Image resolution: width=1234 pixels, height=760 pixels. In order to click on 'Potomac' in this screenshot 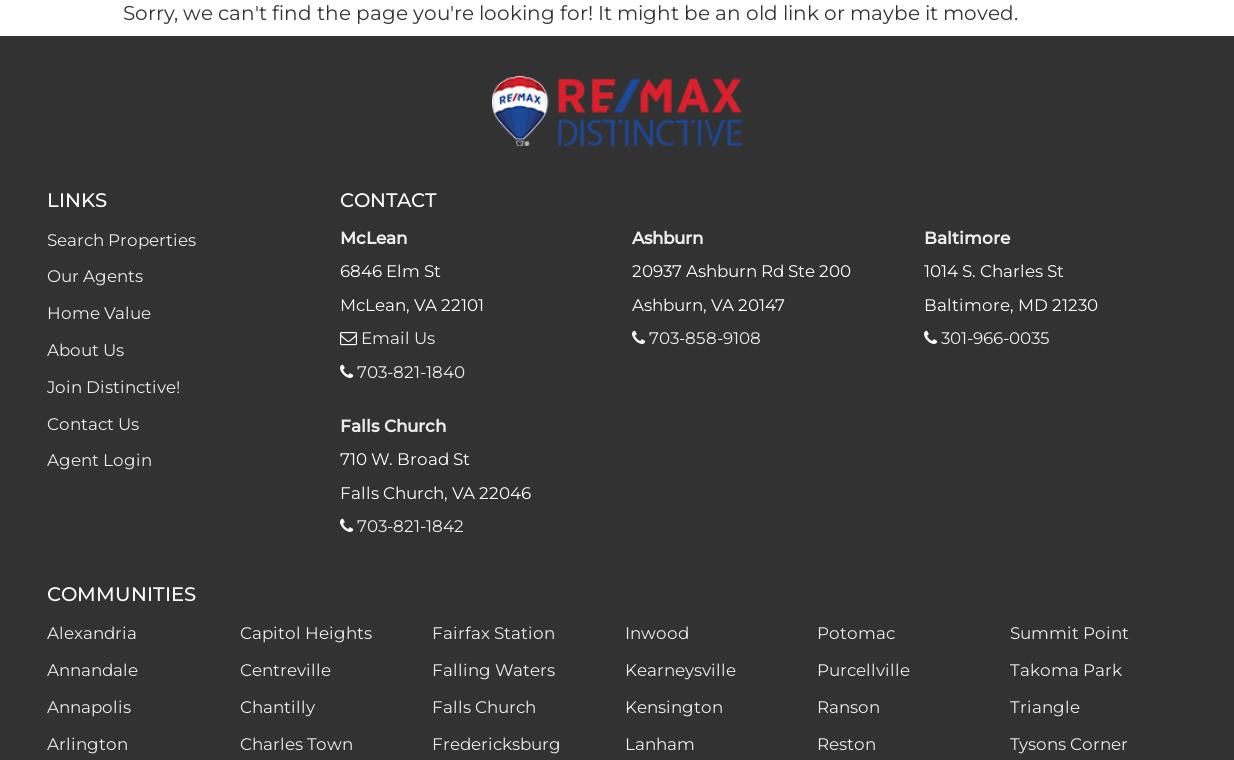, I will do `click(816, 632)`.